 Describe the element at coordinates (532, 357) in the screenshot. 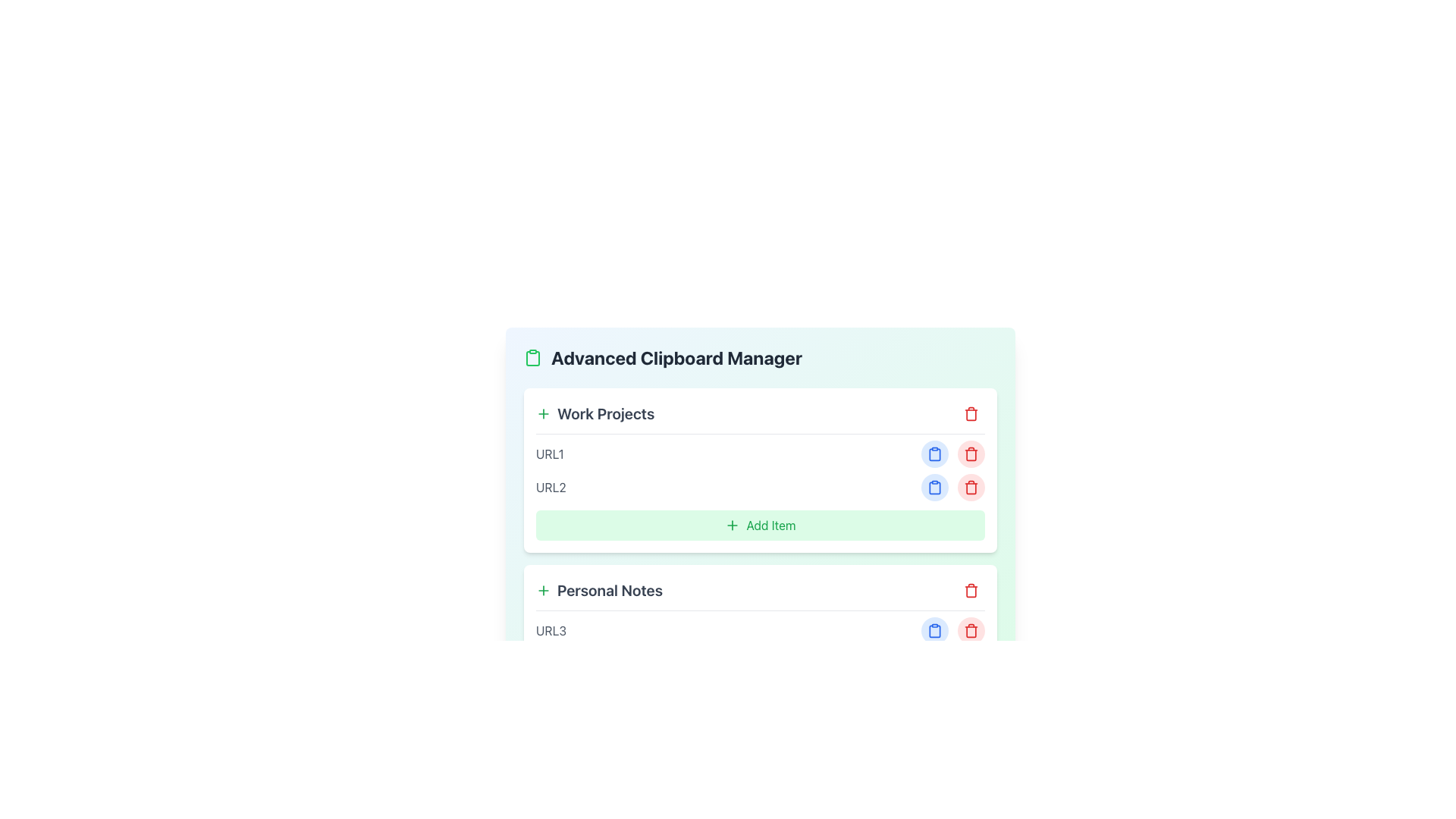

I see `the clipboard icon with a green outline located to the left of the text 'Advanced Clipboard Manager' in the header section` at that location.